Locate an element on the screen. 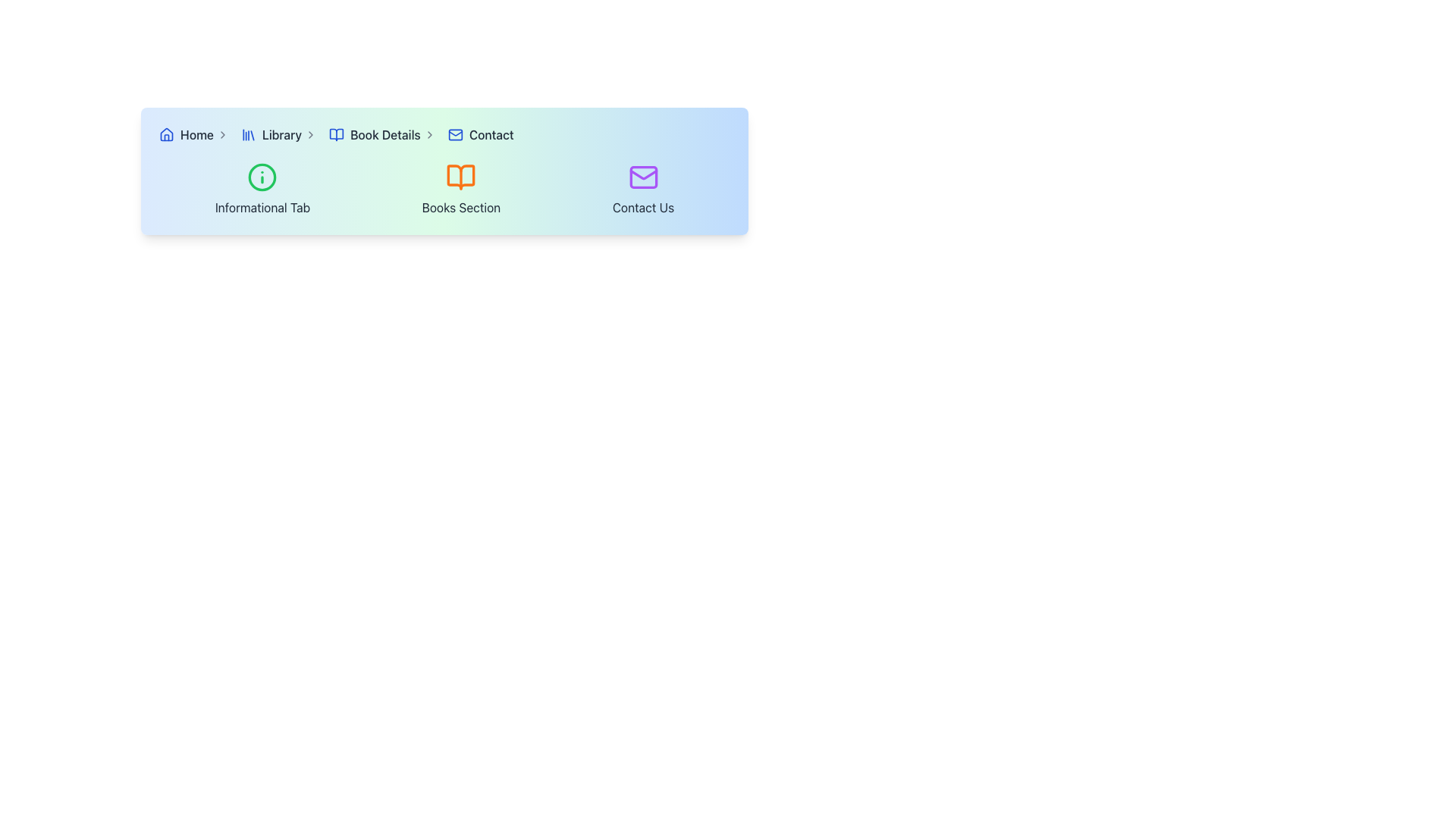 The image size is (1456, 819). the leftmost tab labeled 'Informational Tab' is located at coordinates (262, 189).